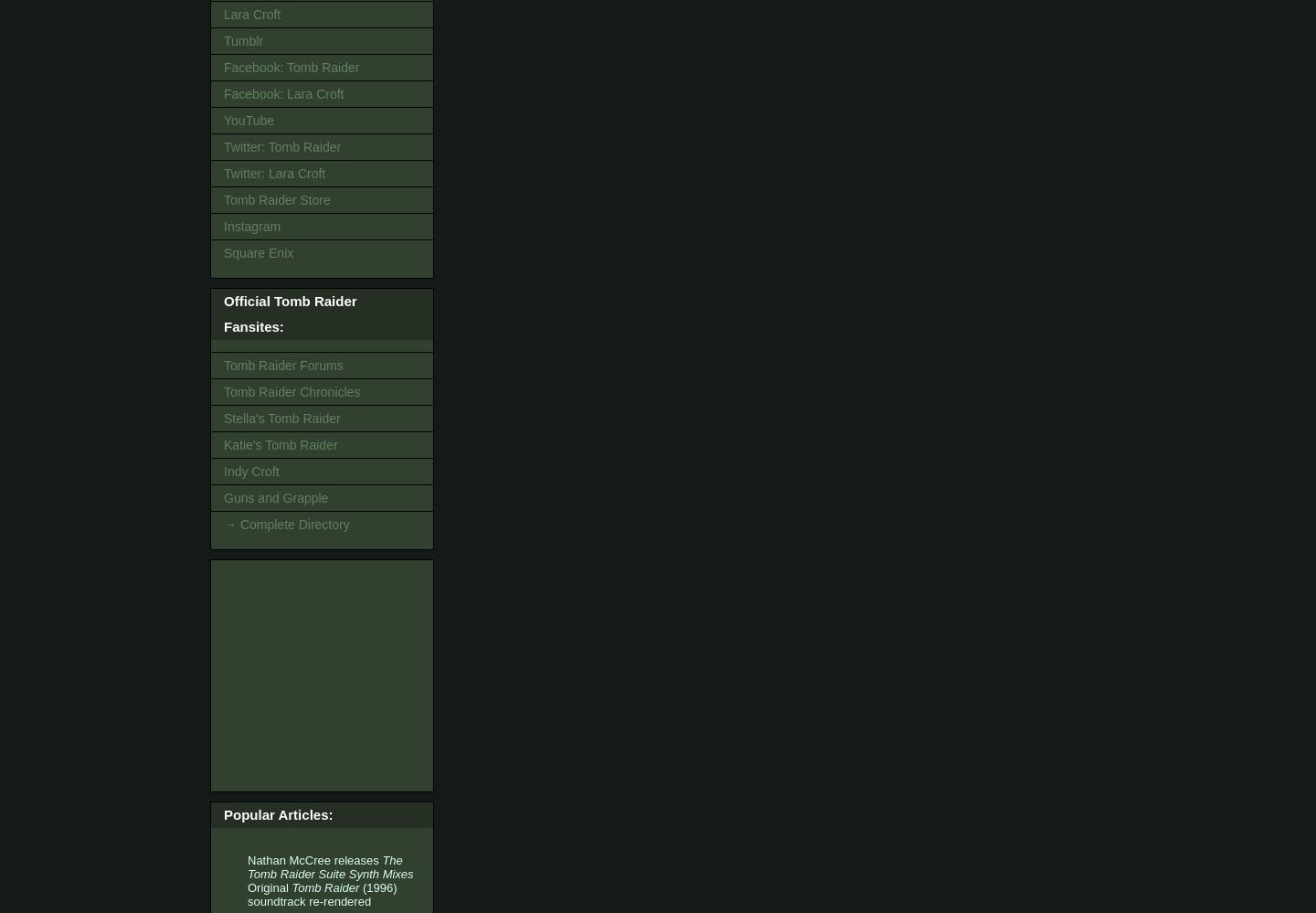  Describe the element at coordinates (250, 470) in the screenshot. I see `'Indy Croft'` at that location.